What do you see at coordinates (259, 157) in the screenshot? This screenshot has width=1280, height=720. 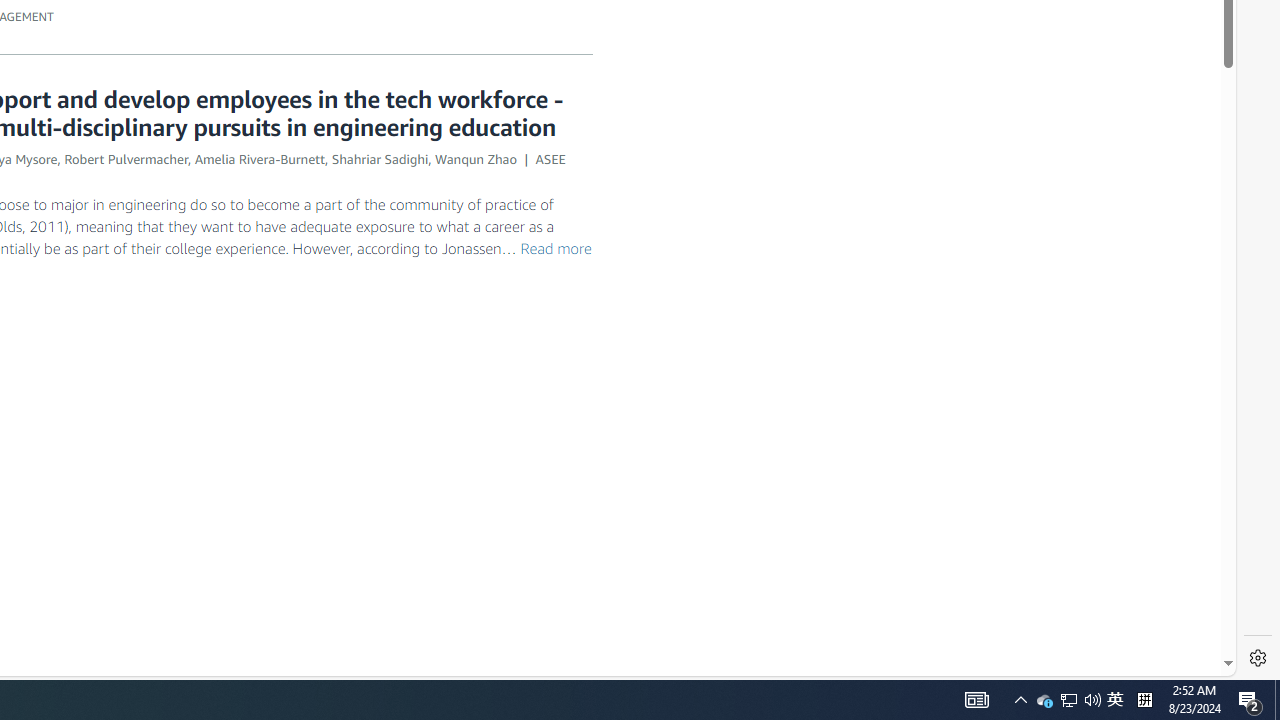 I see `'Amelia Rivera-Burnett'` at bounding box center [259, 157].